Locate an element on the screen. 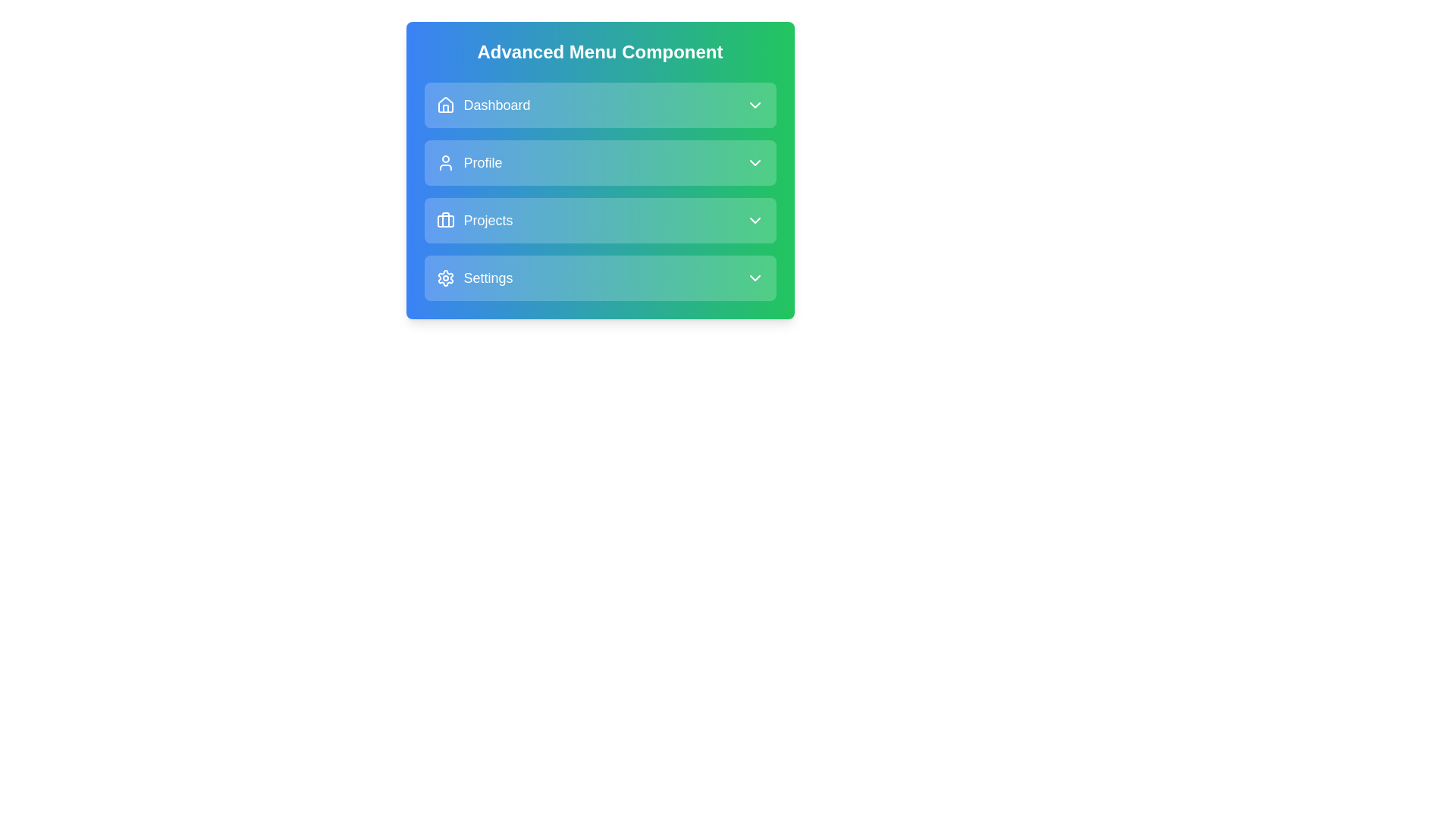 The height and width of the screenshot is (819, 1456). the dropdown toggle icon located to the right of the 'Dashboard' text is located at coordinates (755, 104).